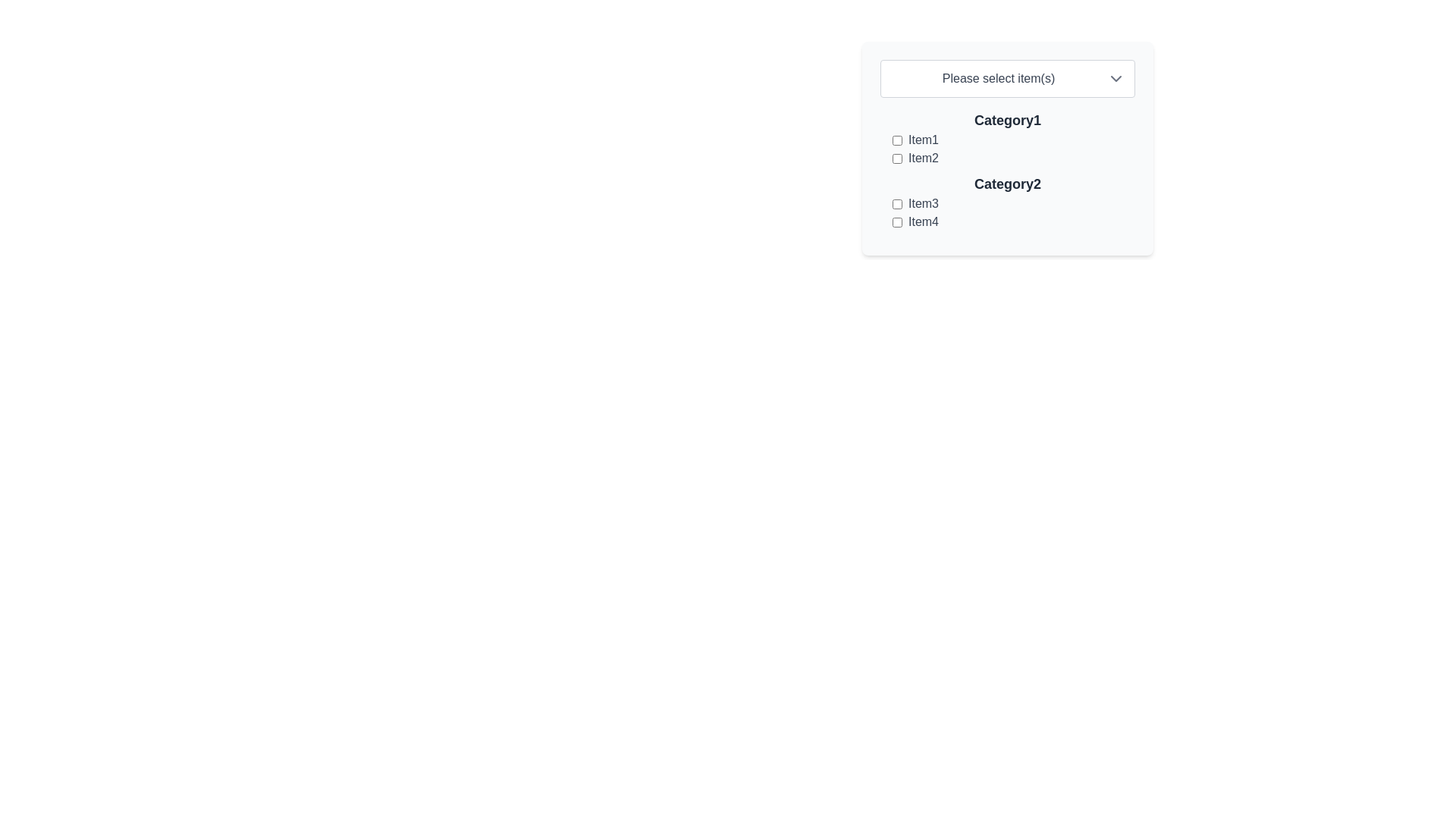 Image resolution: width=1456 pixels, height=819 pixels. Describe the element at coordinates (897, 203) in the screenshot. I see `the checkbox for 'Item3'` at that location.